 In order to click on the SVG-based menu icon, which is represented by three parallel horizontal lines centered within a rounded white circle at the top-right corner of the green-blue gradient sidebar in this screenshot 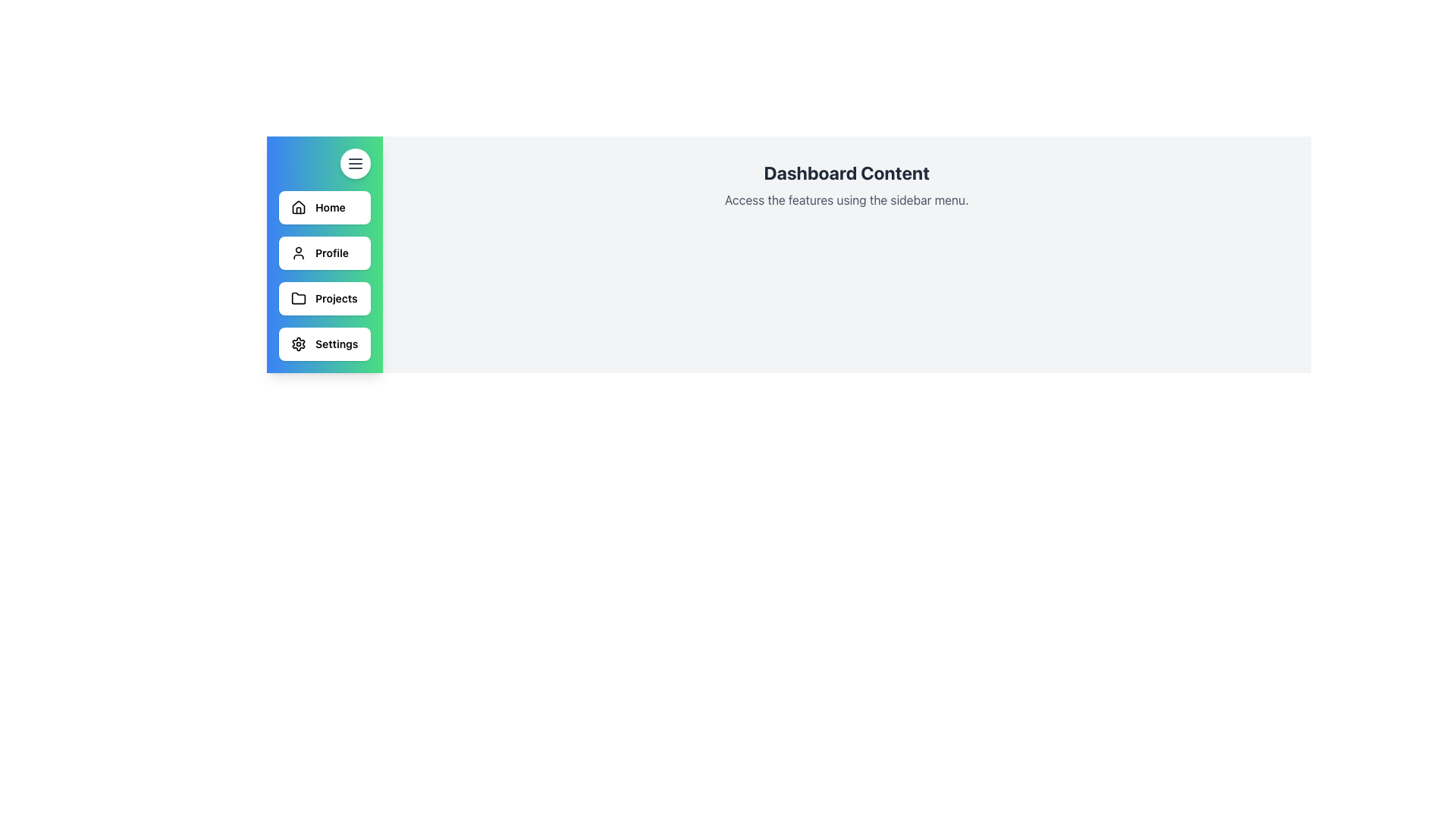, I will do `click(354, 164)`.